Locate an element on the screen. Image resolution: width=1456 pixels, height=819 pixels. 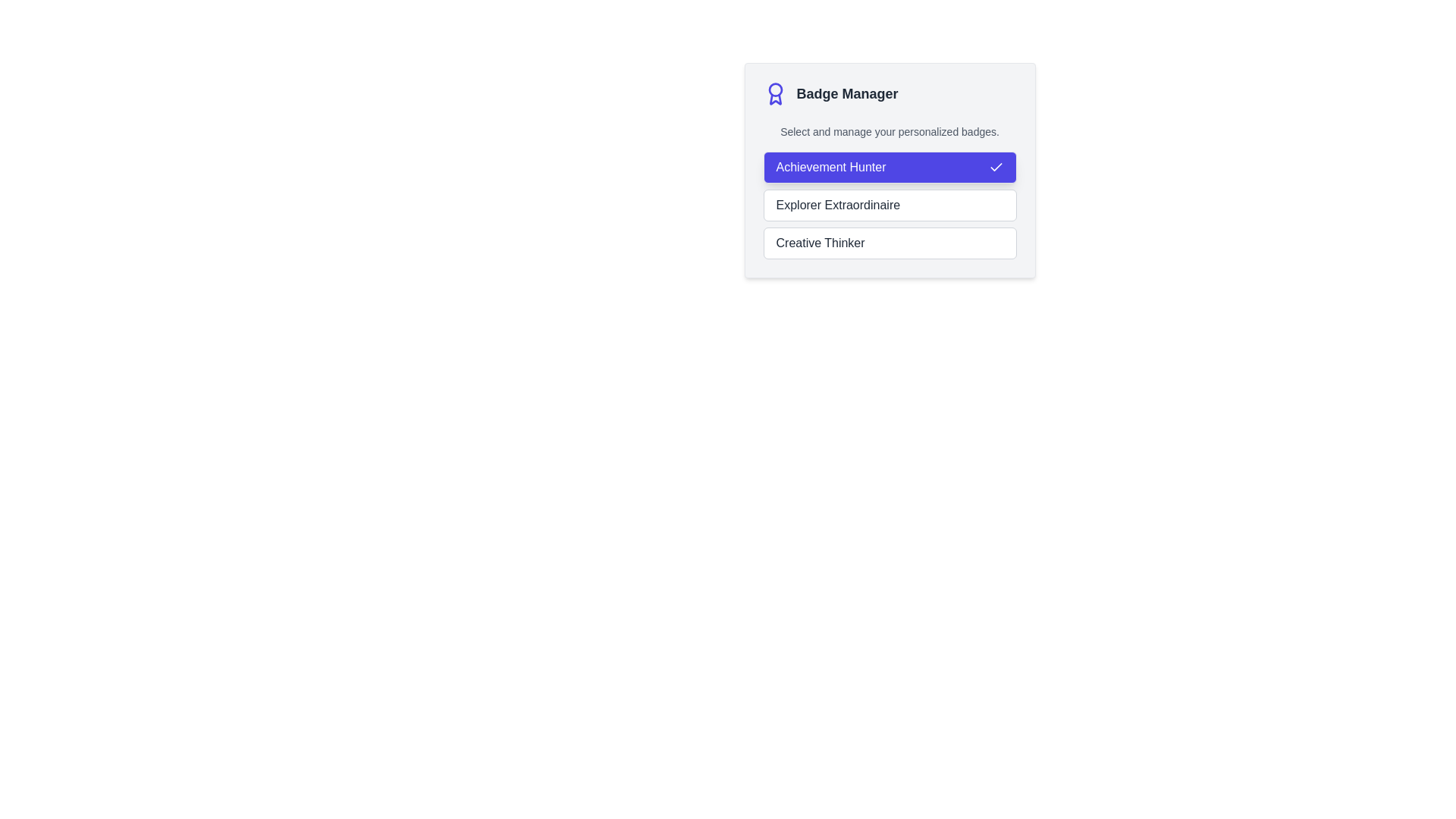
the text label 'Explorer Extraordinaire' which is centrally located in the second row of the vertical list in the 'Badge Manager' module is located at coordinates (837, 205).